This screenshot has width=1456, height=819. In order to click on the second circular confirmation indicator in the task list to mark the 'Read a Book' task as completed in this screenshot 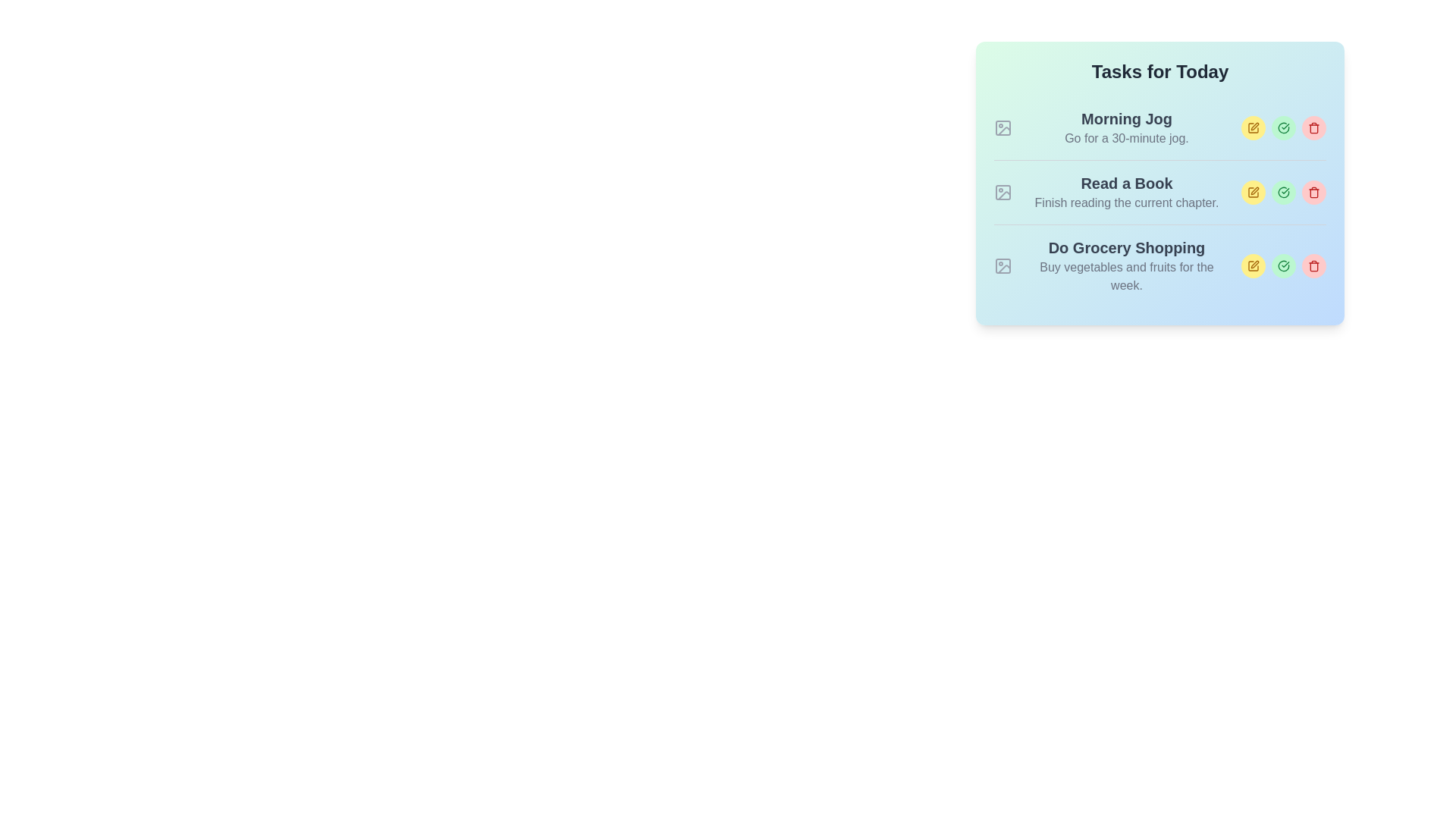, I will do `click(1283, 192)`.